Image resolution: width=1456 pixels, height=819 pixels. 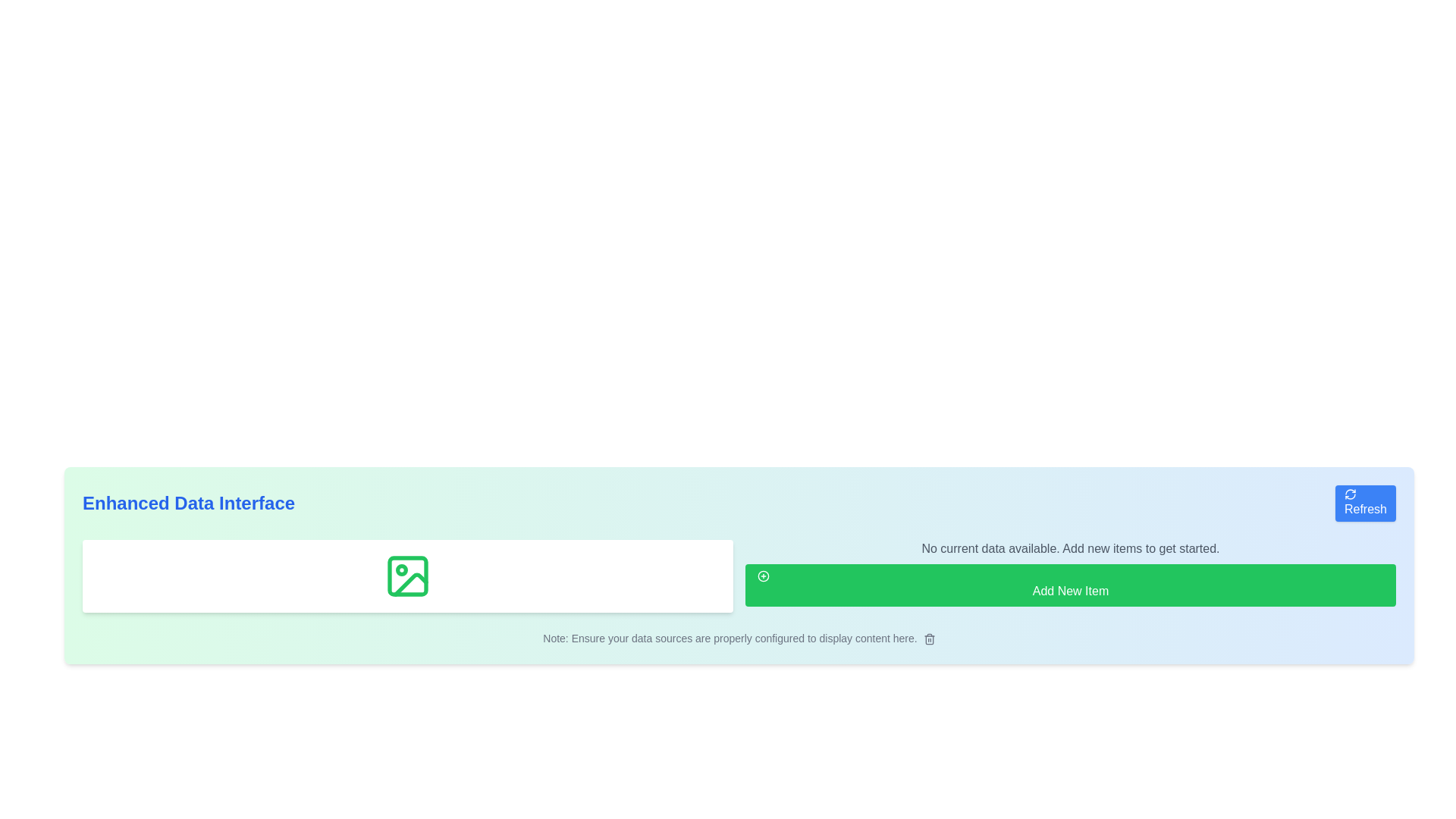 What do you see at coordinates (928, 639) in the screenshot?
I see `the delete action icon located to the far right of the warning text about data source configuration` at bounding box center [928, 639].